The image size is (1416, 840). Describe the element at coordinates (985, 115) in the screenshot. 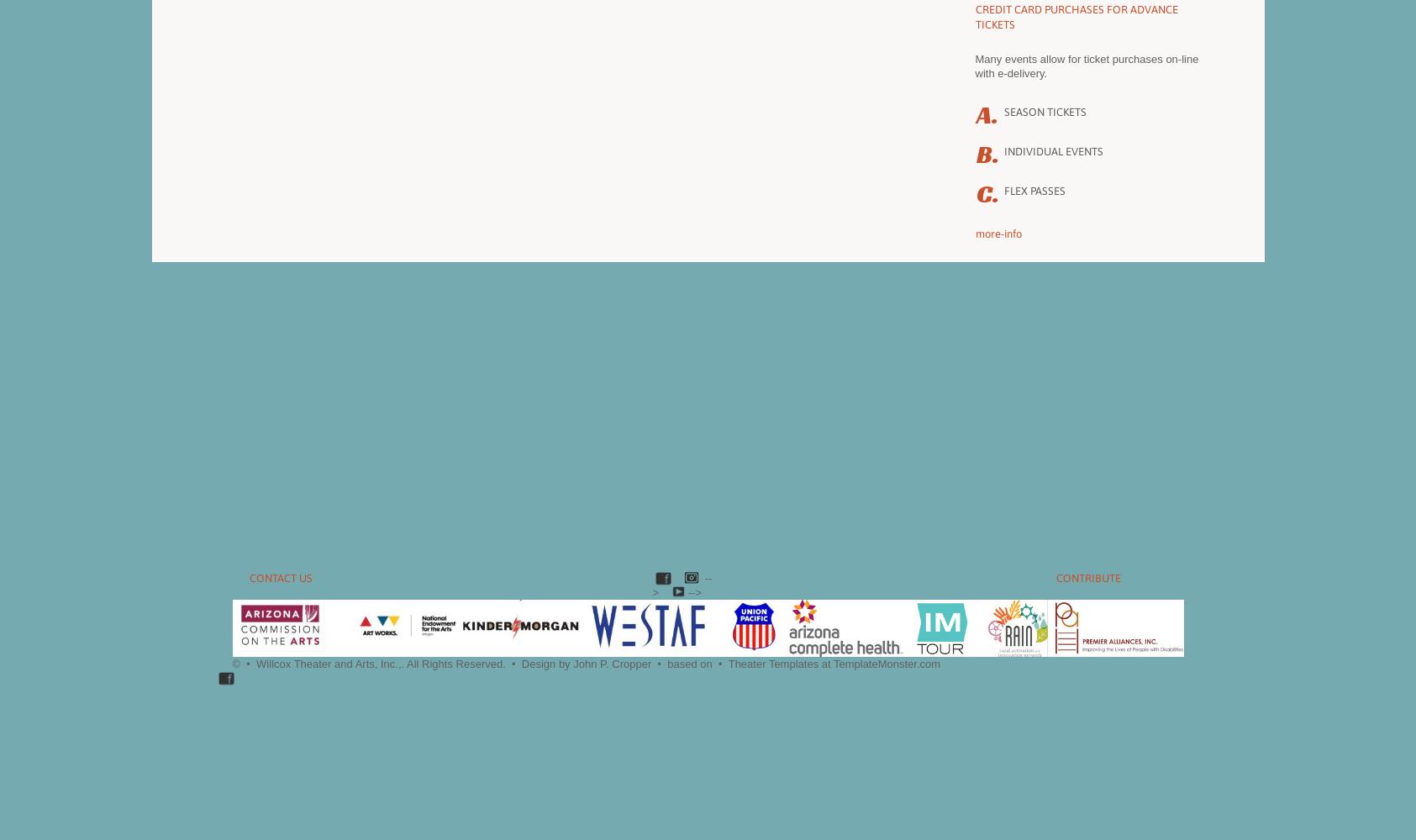

I see `'A.'` at that location.